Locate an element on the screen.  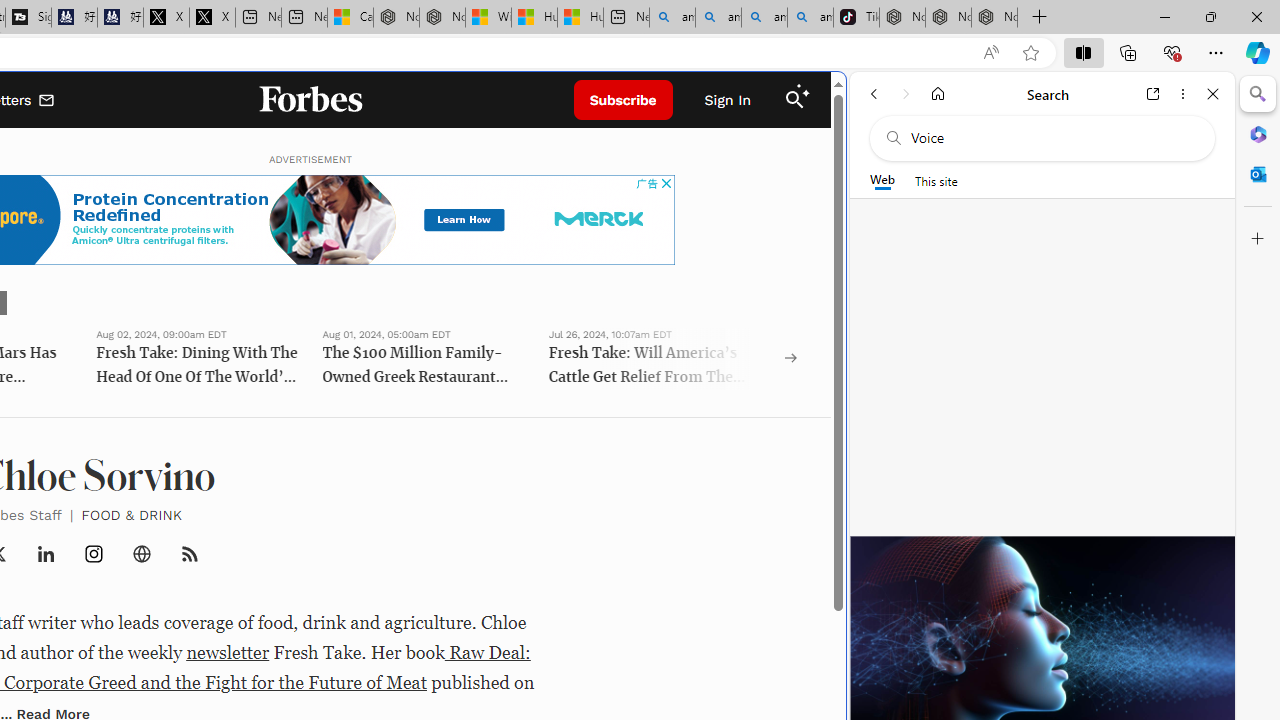
'Forward' is located at coordinates (905, 93).